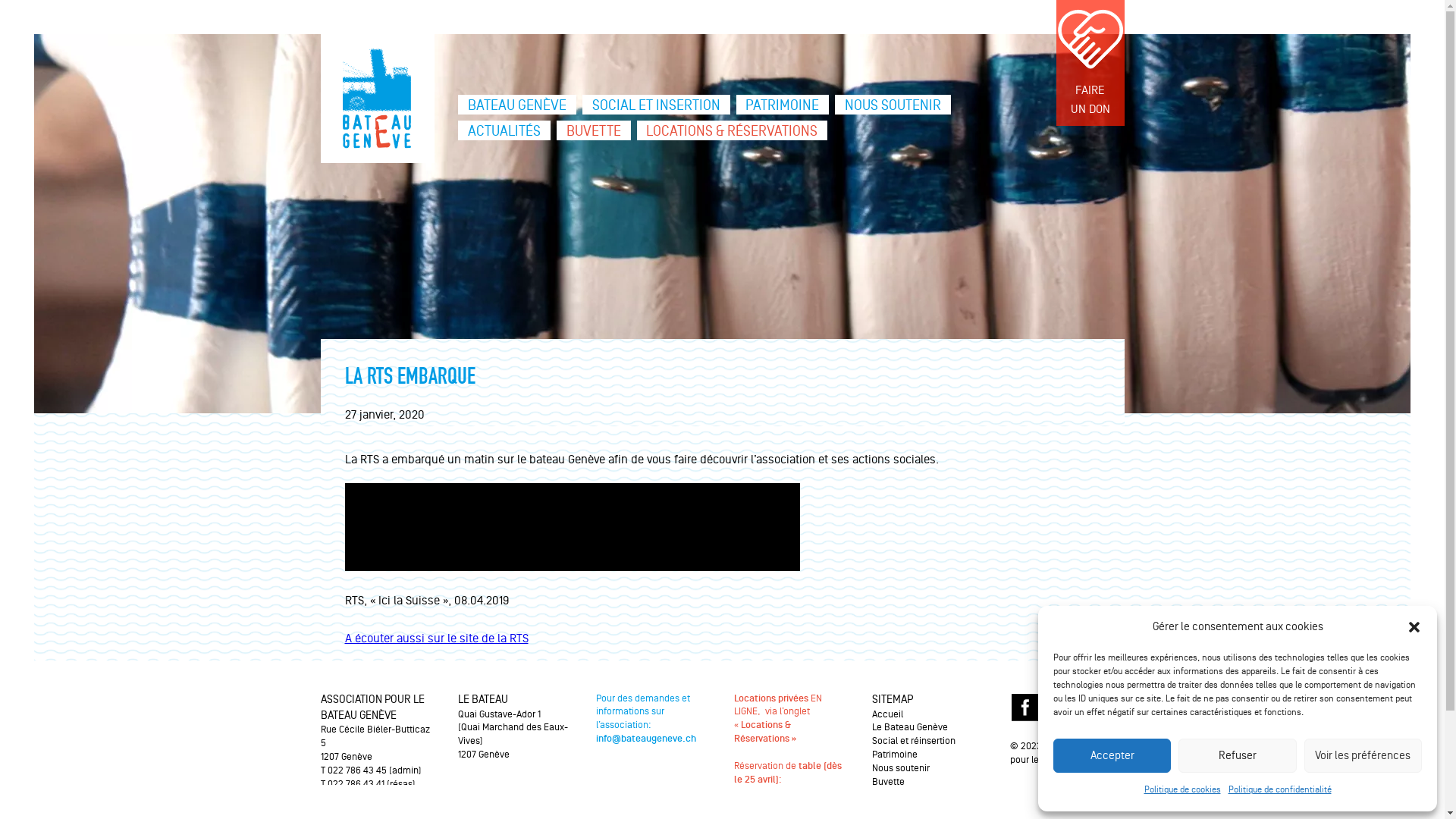  What do you see at coordinates (1237, 755) in the screenshot?
I see `'Refuser'` at bounding box center [1237, 755].